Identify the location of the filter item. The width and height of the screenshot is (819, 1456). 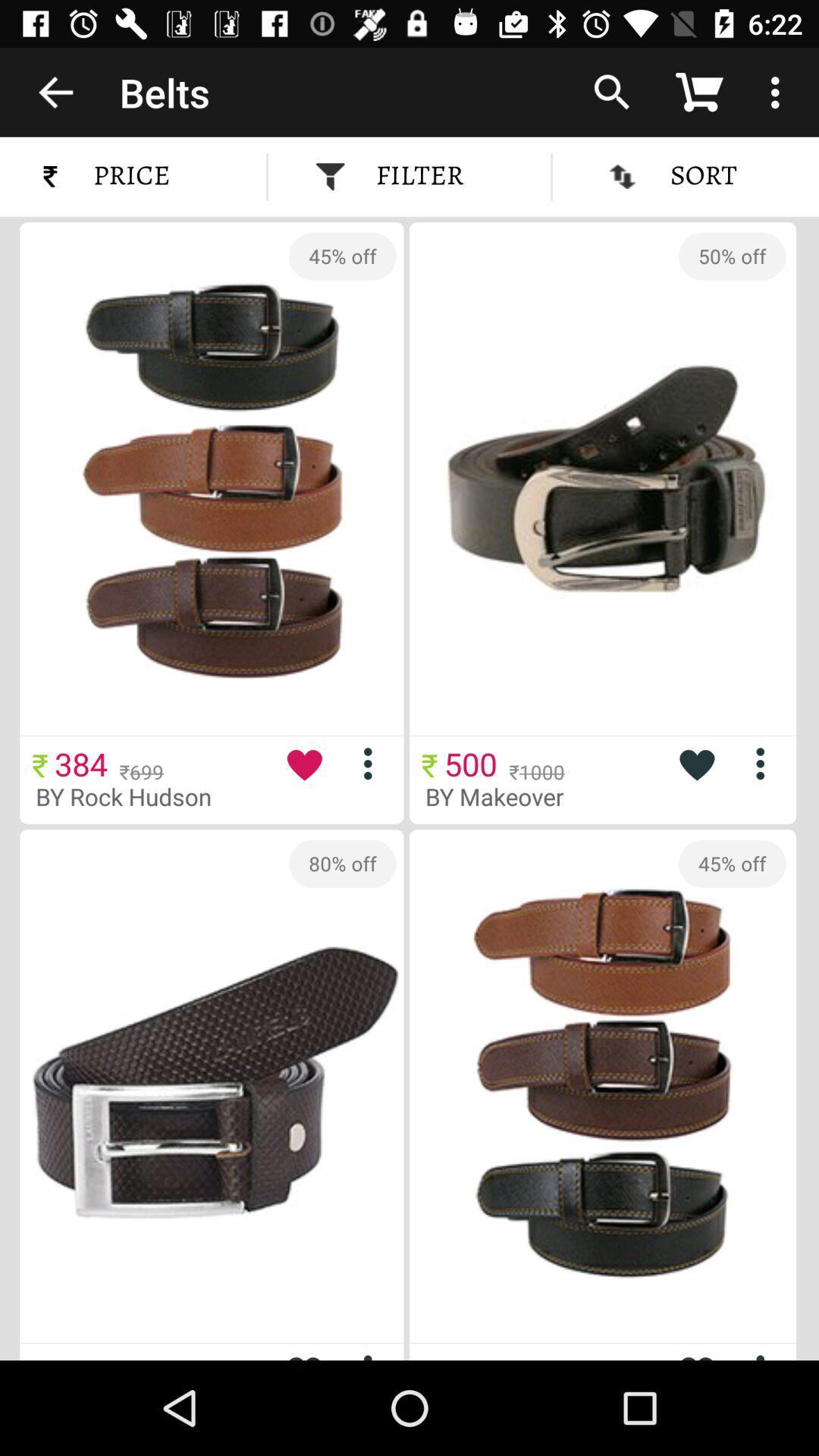
(409, 177).